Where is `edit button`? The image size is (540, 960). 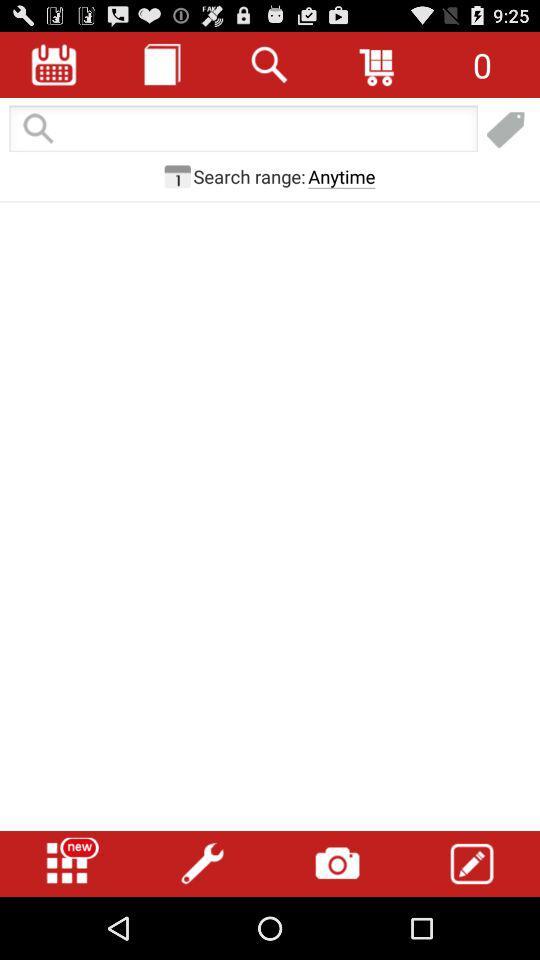 edit button is located at coordinates (472, 863).